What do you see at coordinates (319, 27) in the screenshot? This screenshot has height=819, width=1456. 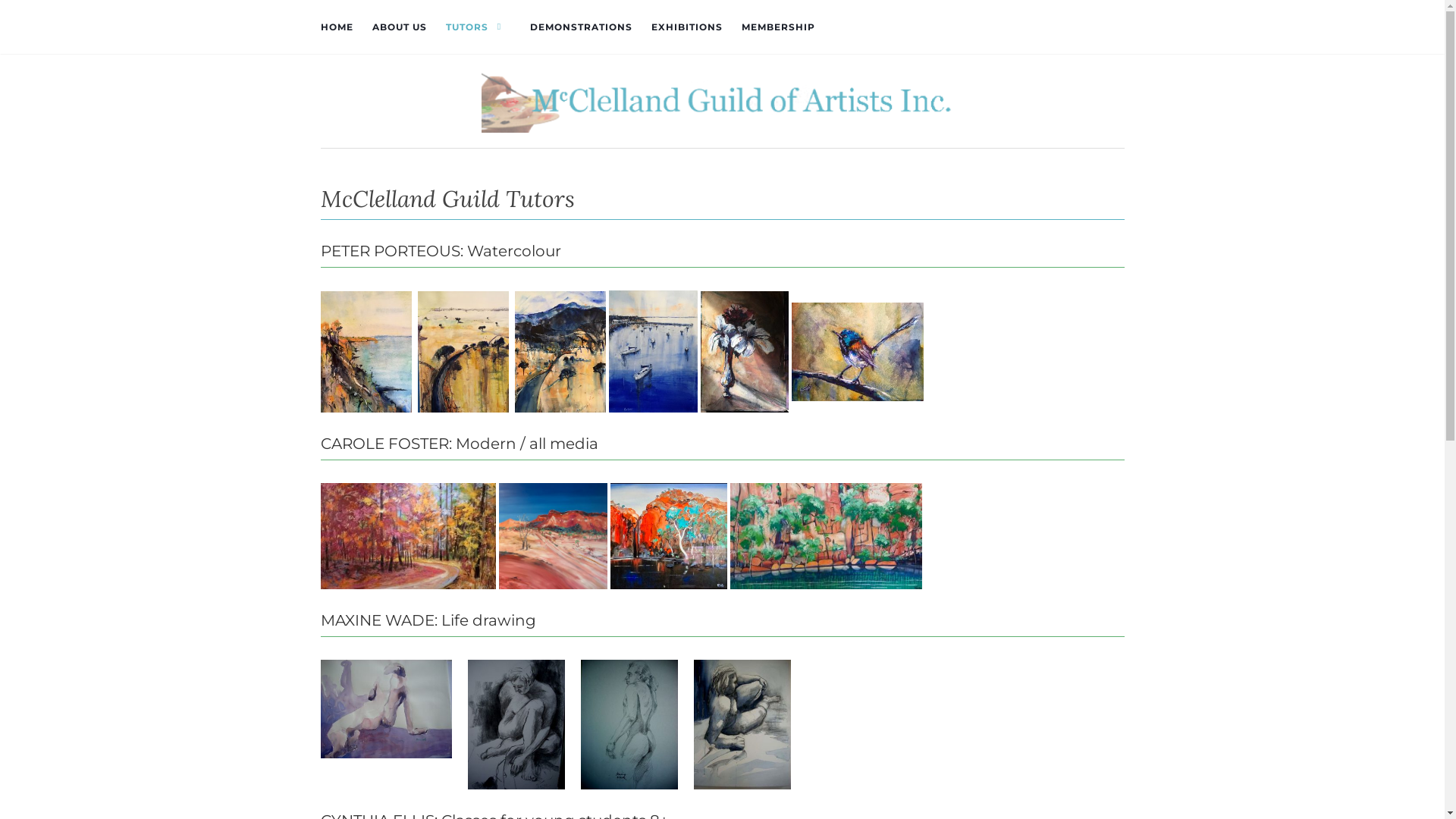 I see `'HOME'` at bounding box center [319, 27].